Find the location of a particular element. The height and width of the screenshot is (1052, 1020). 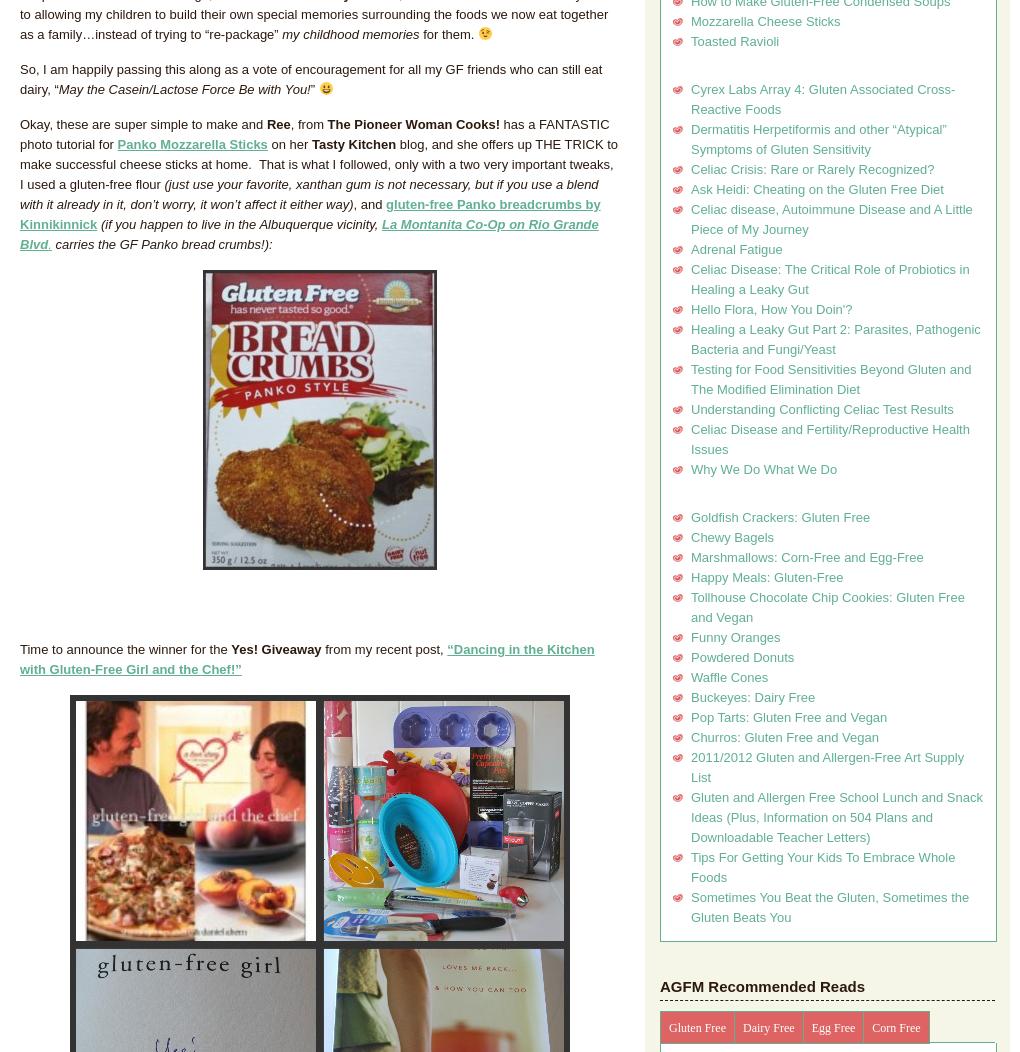

'Happy Meals: Gluten-Free' is located at coordinates (766, 576).